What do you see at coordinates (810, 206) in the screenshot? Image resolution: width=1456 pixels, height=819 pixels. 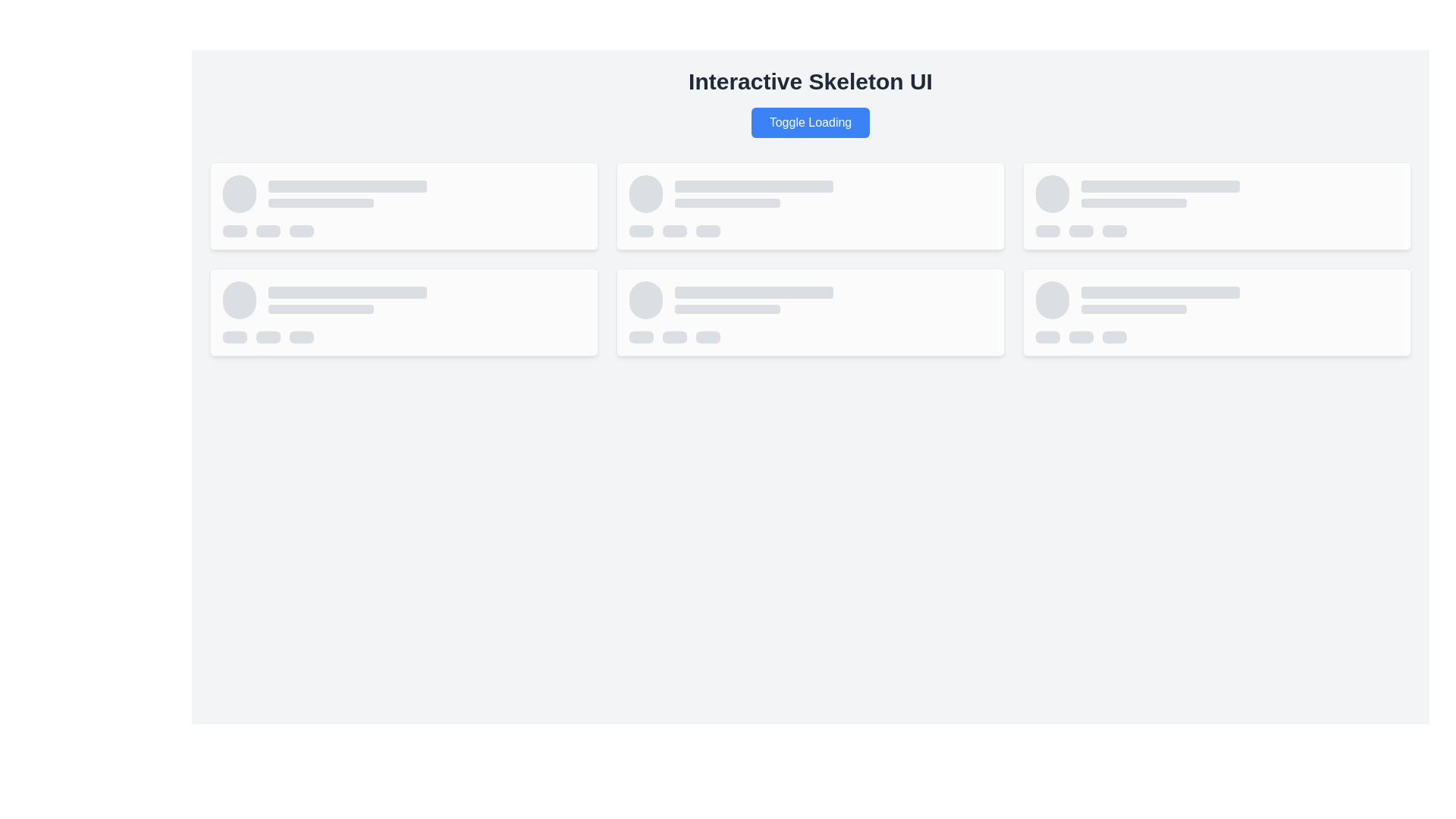 I see `the second card in the grid layout that has a loading animation and a distinct rounded border, positioned in the top-middle column` at bounding box center [810, 206].